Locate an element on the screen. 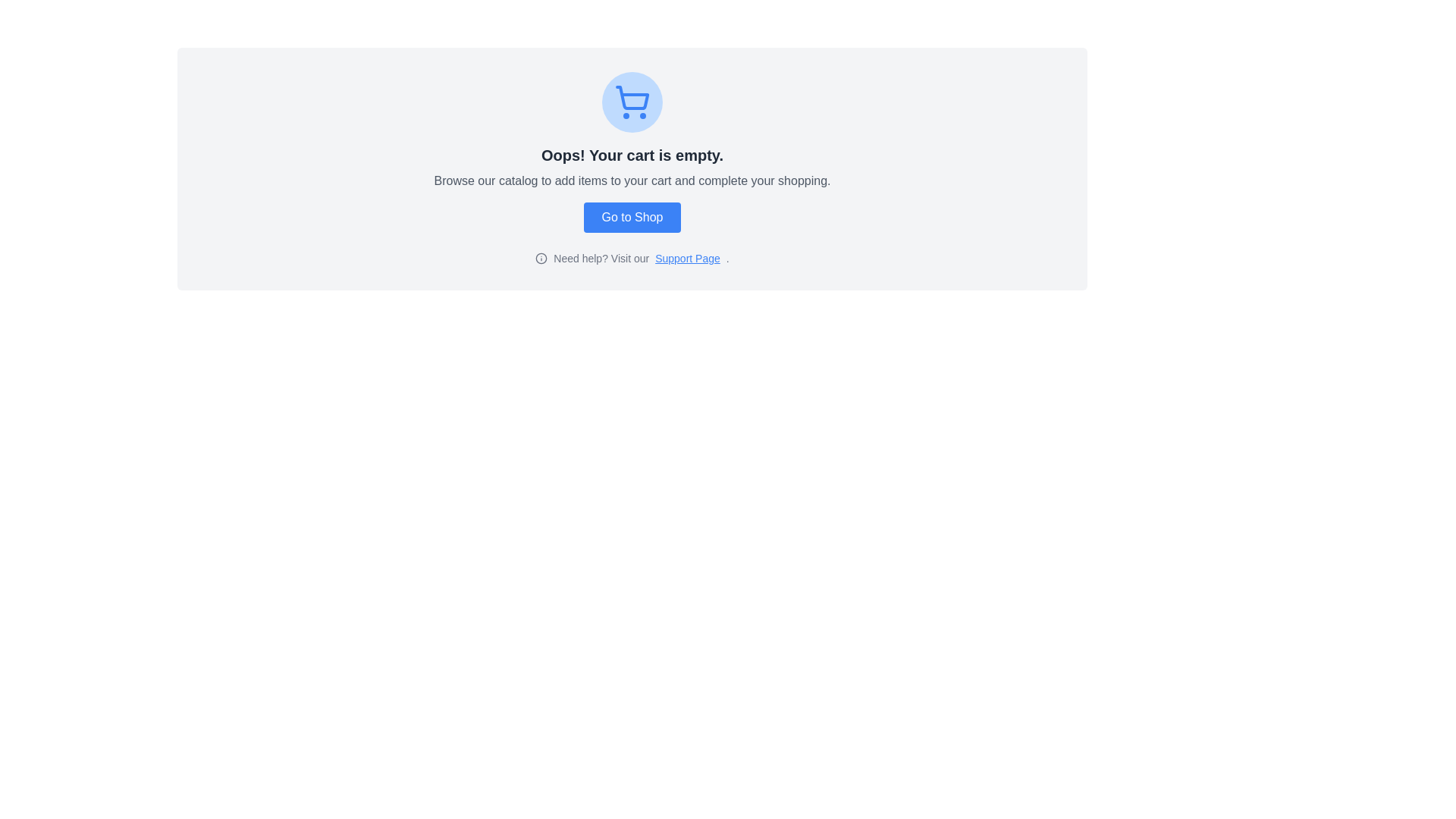 The image size is (1456, 819). the central curved body of the shopping cart icon, which is part of the SVG graphic representing the cart status in the interface is located at coordinates (632, 98).